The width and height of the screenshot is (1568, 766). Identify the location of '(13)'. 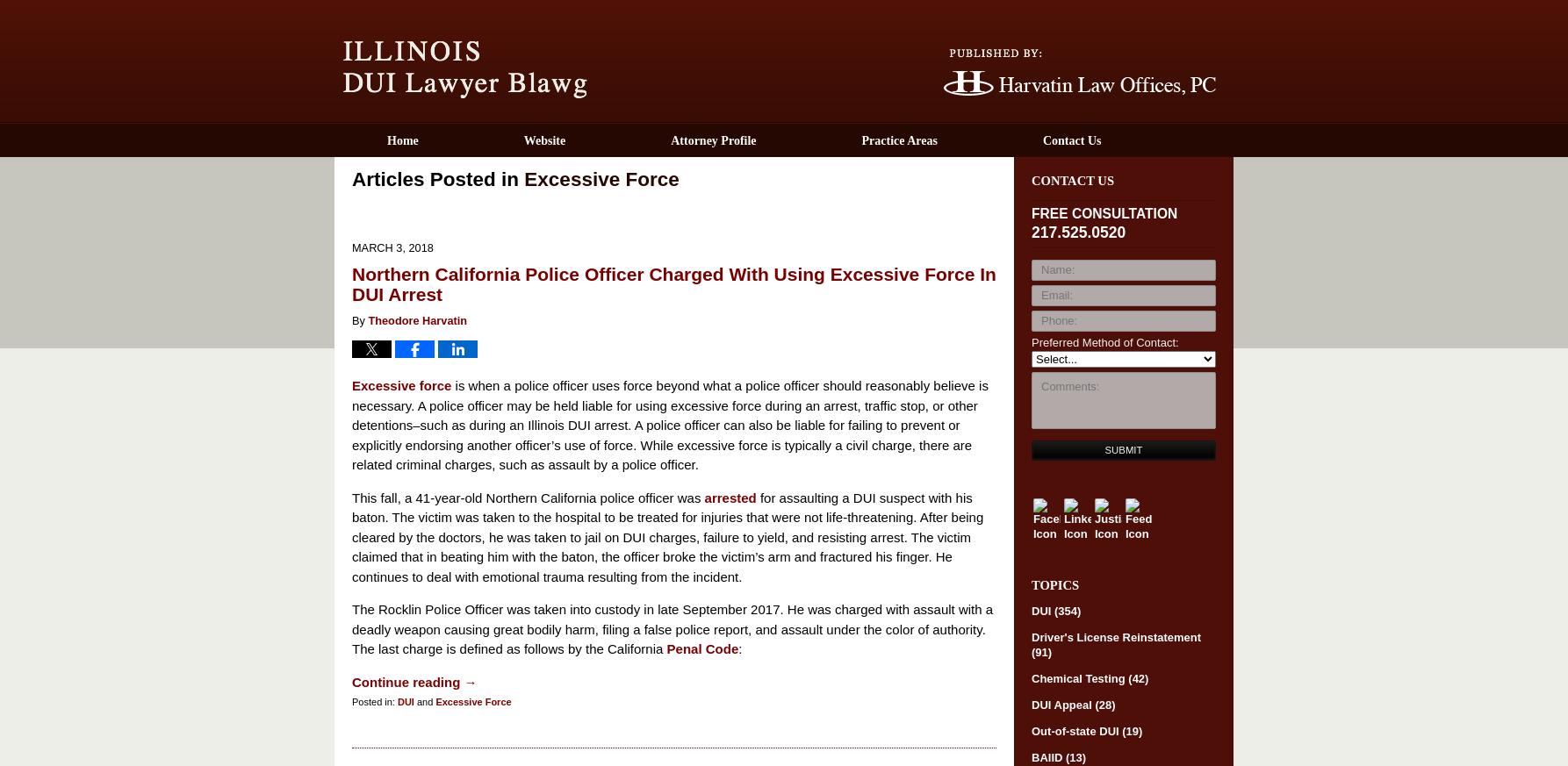
(1075, 756).